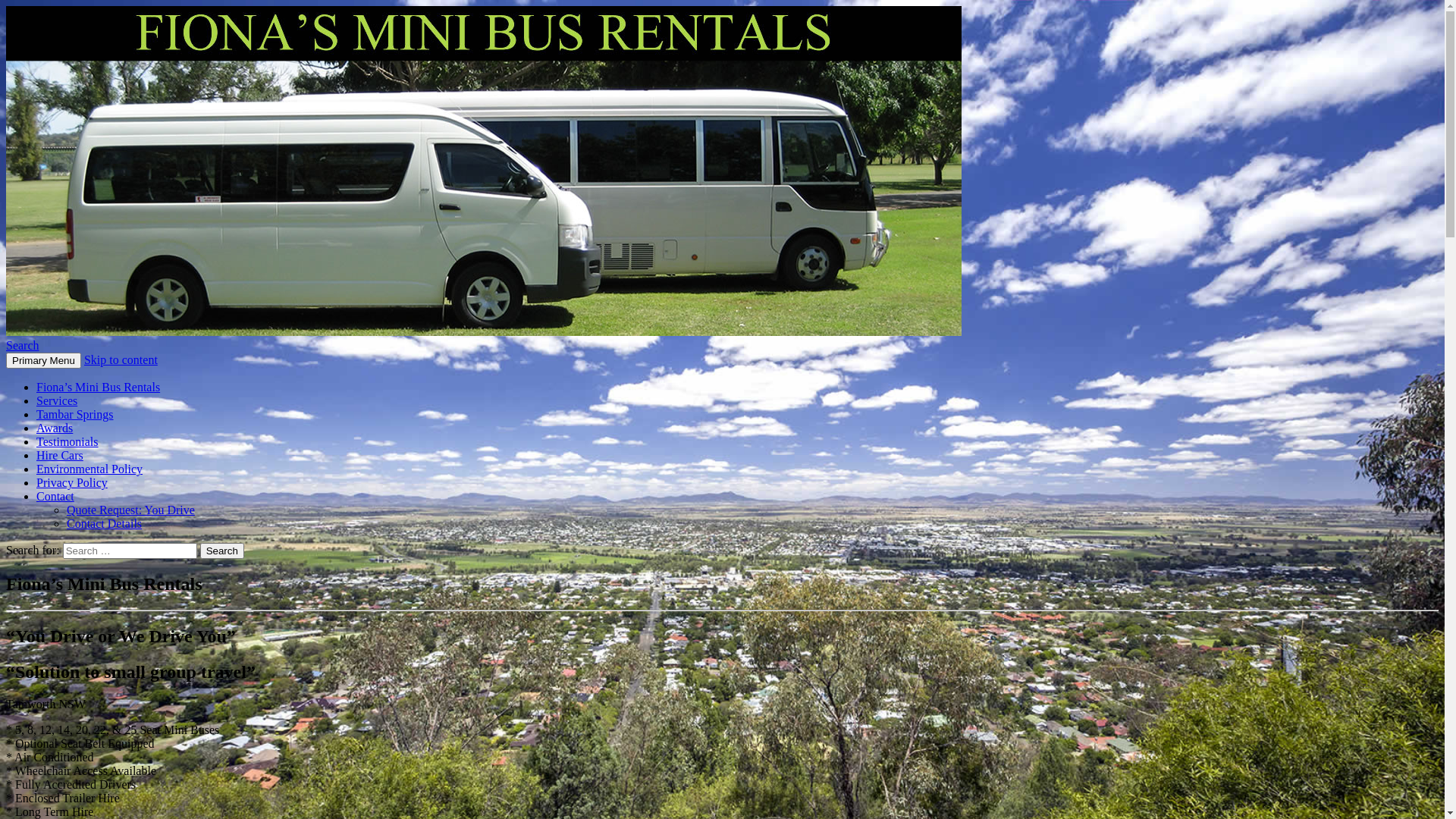  I want to click on 'Testimonials', so click(67, 441).